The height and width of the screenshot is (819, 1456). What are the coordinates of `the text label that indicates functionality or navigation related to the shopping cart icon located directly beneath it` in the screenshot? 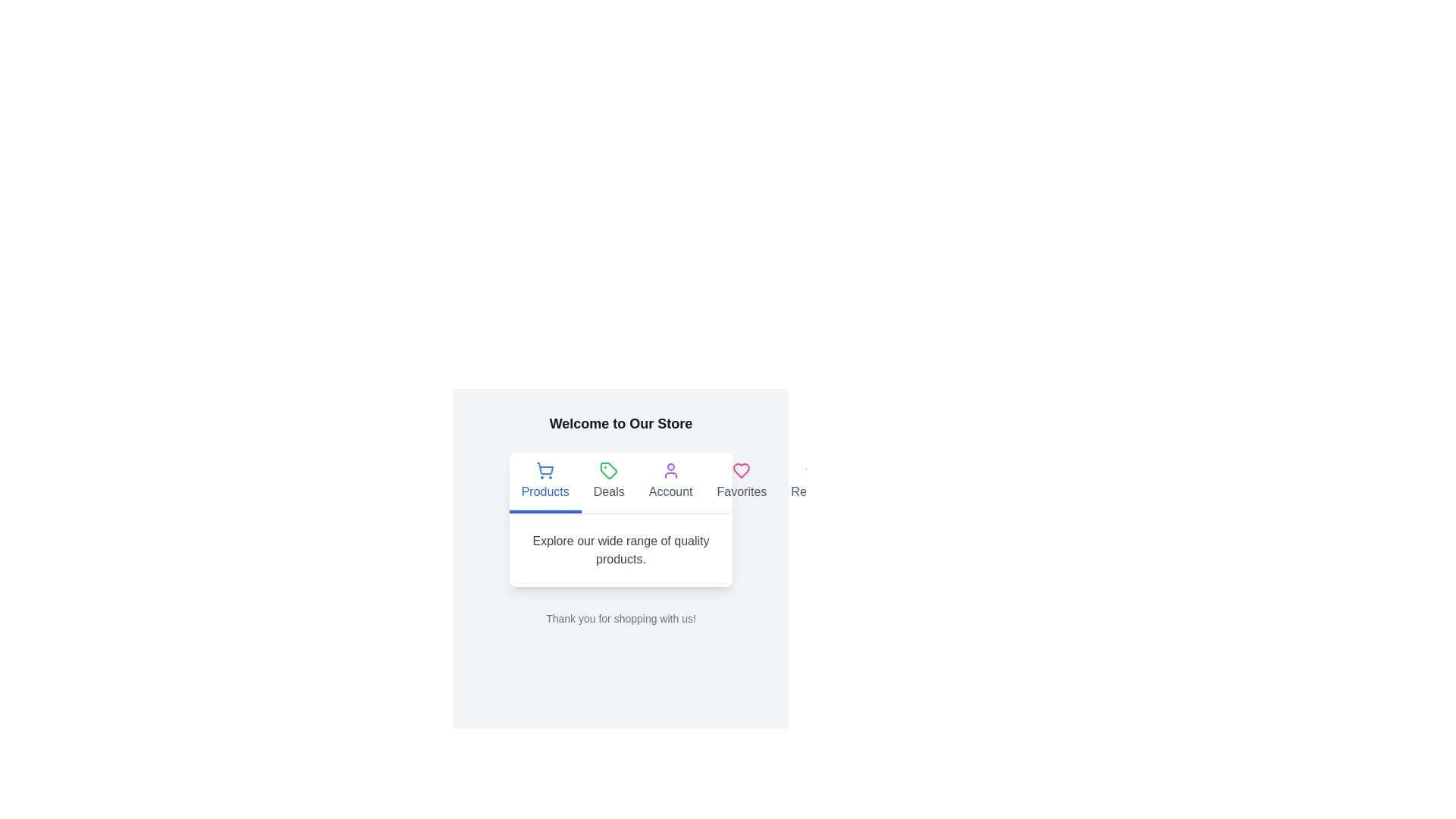 It's located at (545, 491).